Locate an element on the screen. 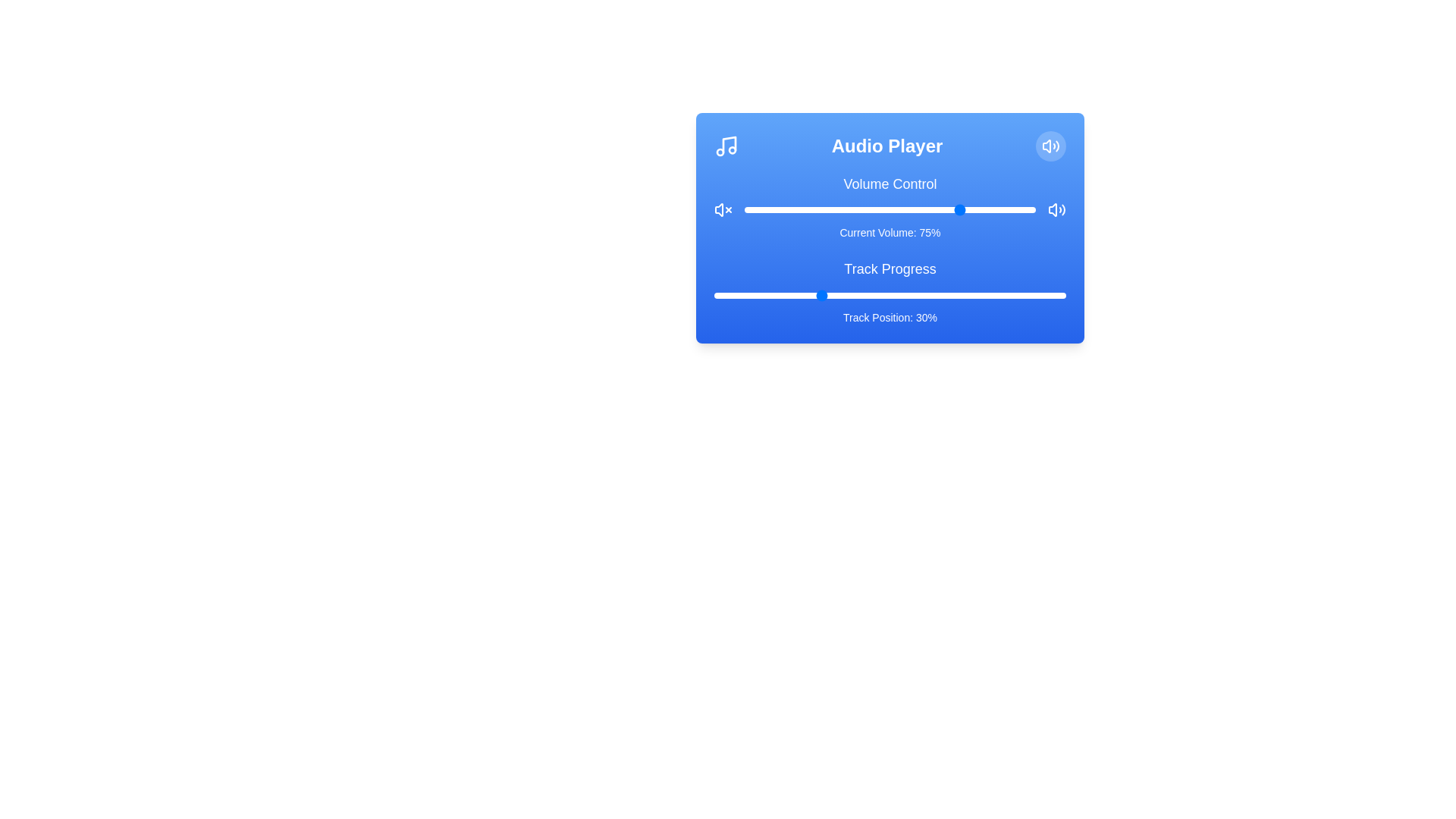  the icon button located at the far-right side of the volume control section in the audio player interface is located at coordinates (1056, 210).